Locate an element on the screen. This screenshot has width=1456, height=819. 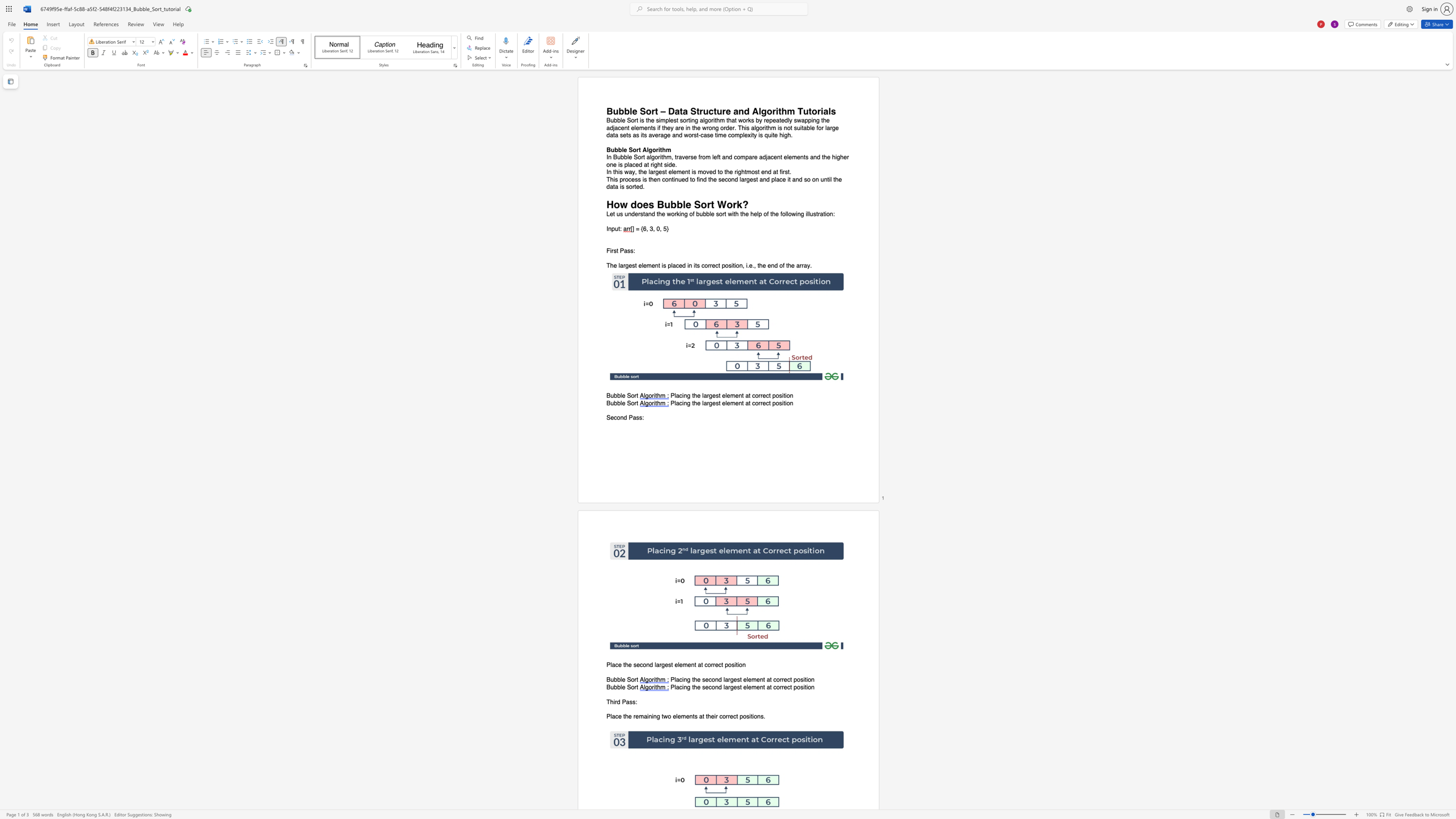
the 2th character "n" in the text is located at coordinates (726, 157).